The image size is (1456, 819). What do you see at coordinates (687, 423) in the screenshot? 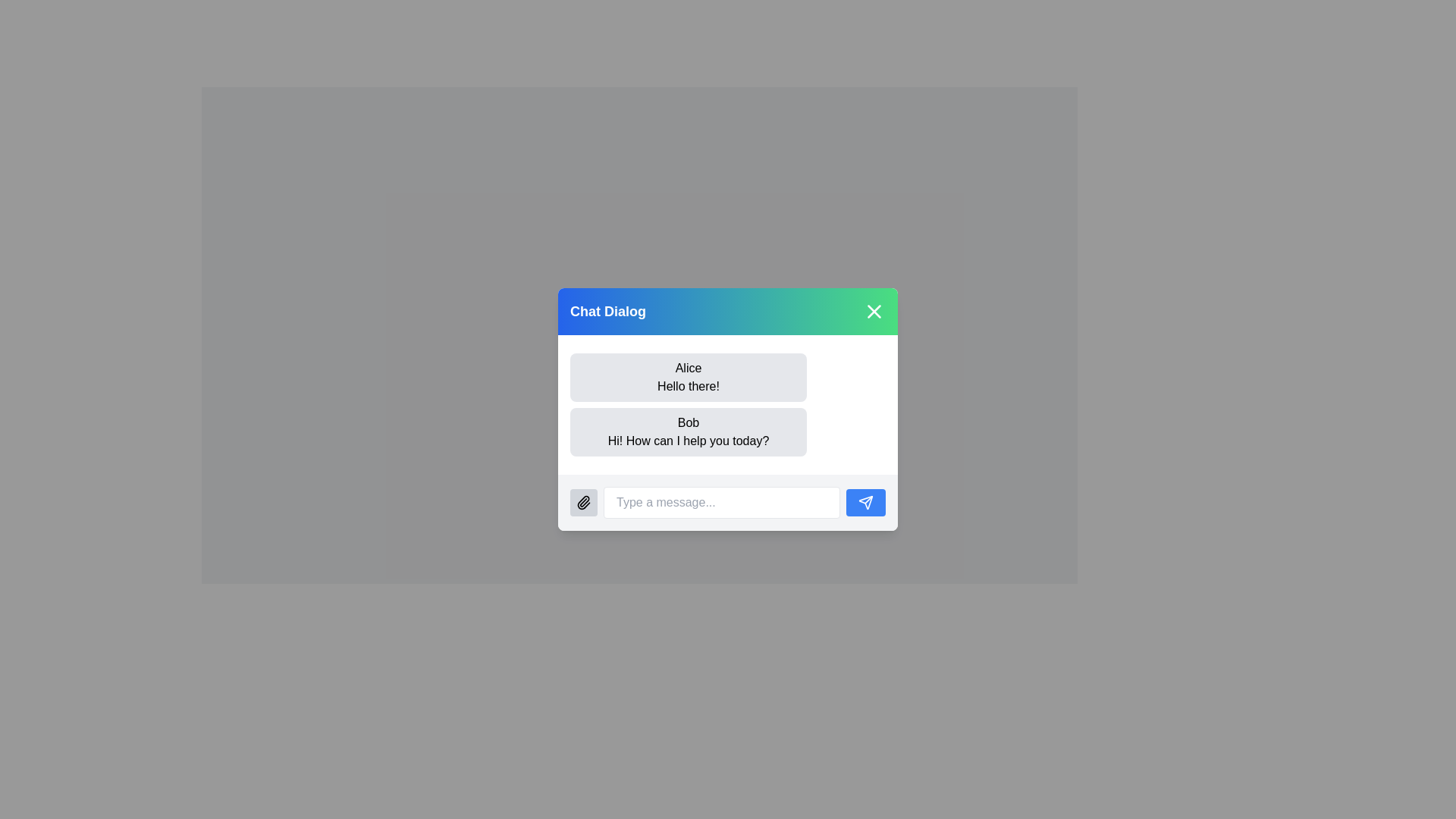
I see `the Text label displaying 'Bob' in bold within the chat interface, located at the top of a message block` at bounding box center [687, 423].